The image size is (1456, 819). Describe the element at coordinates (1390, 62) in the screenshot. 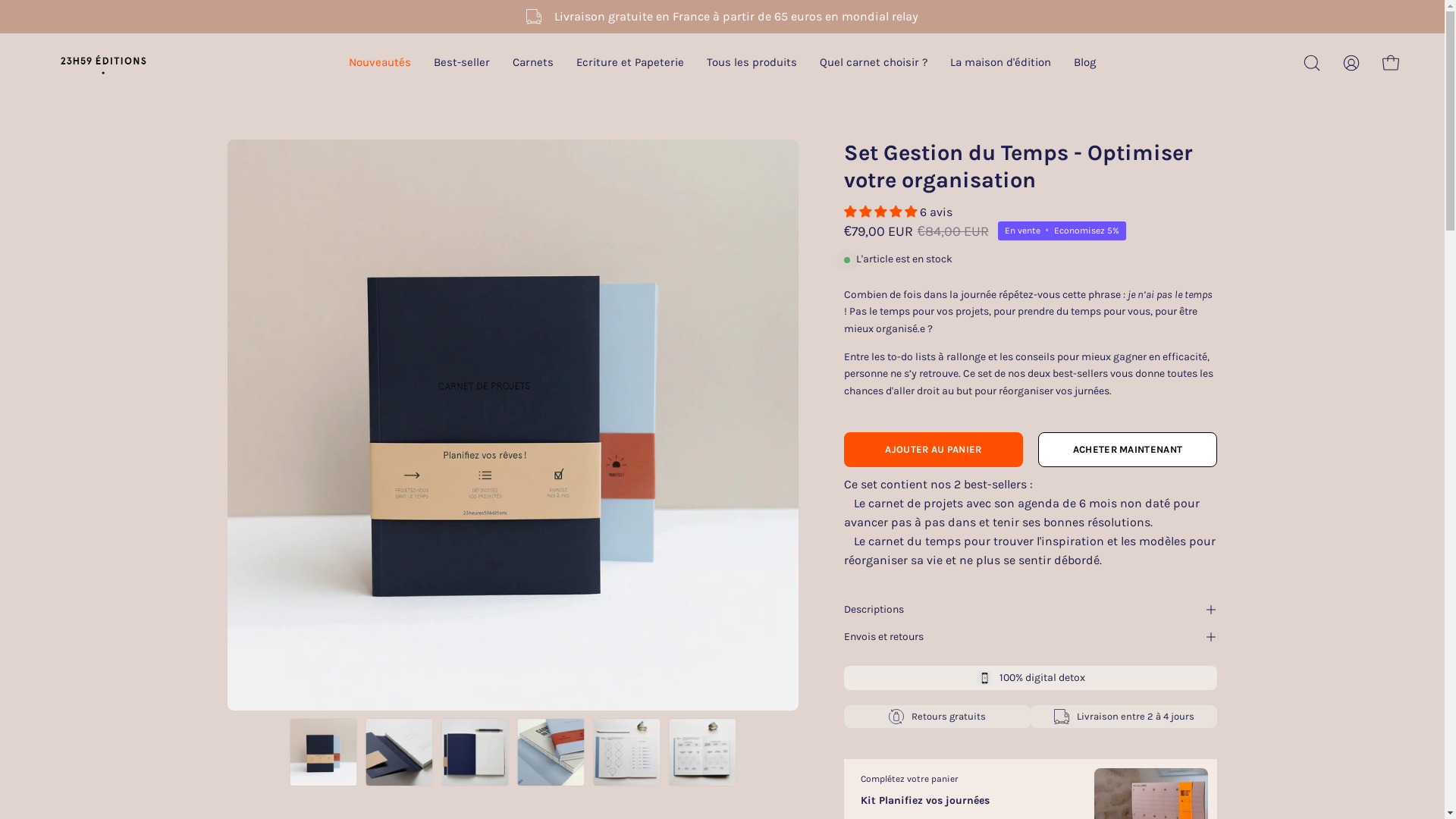

I see `'Ouvrir le panier'` at that location.